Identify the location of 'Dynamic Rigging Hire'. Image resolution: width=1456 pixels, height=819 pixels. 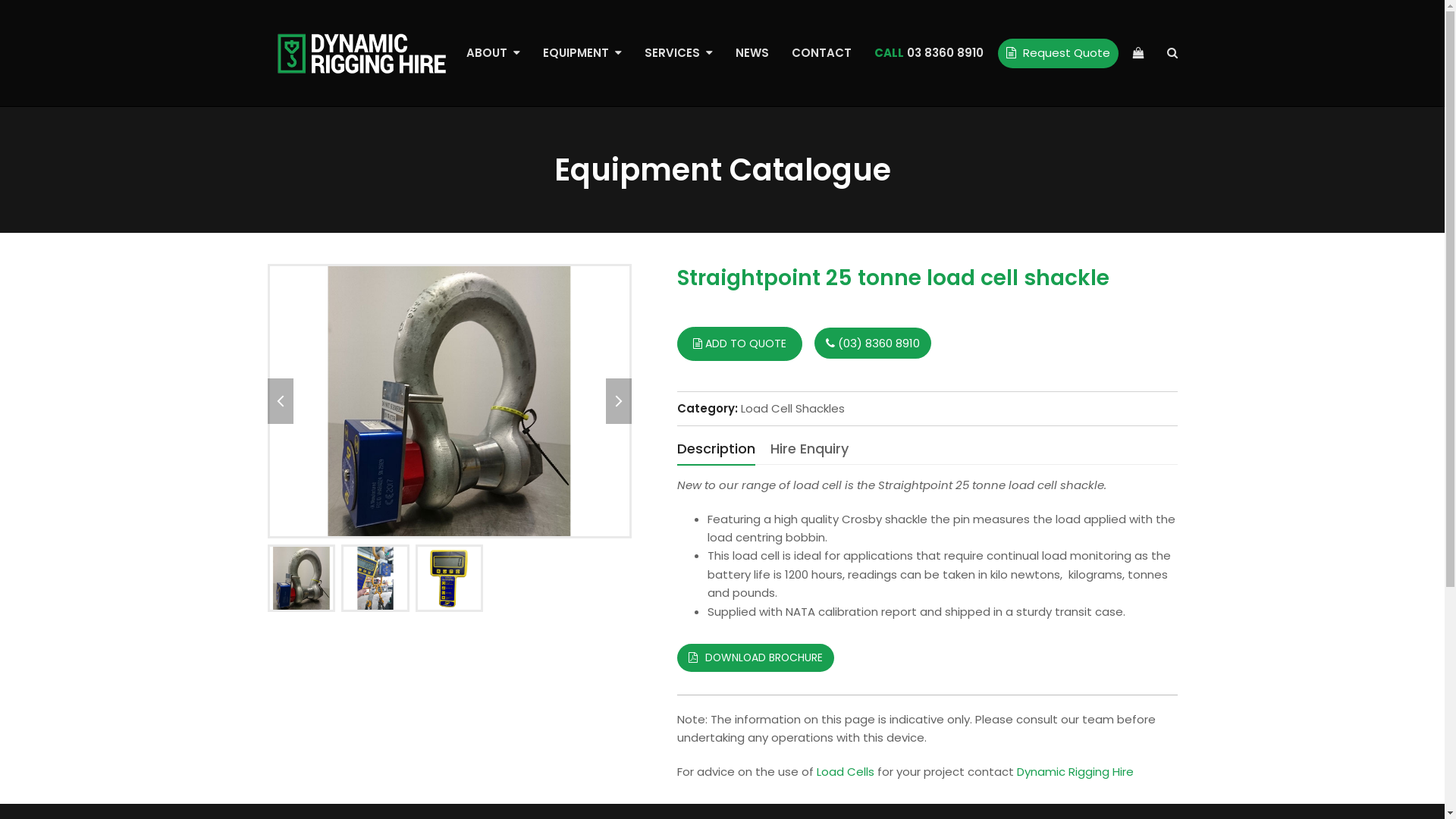
(1073, 771).